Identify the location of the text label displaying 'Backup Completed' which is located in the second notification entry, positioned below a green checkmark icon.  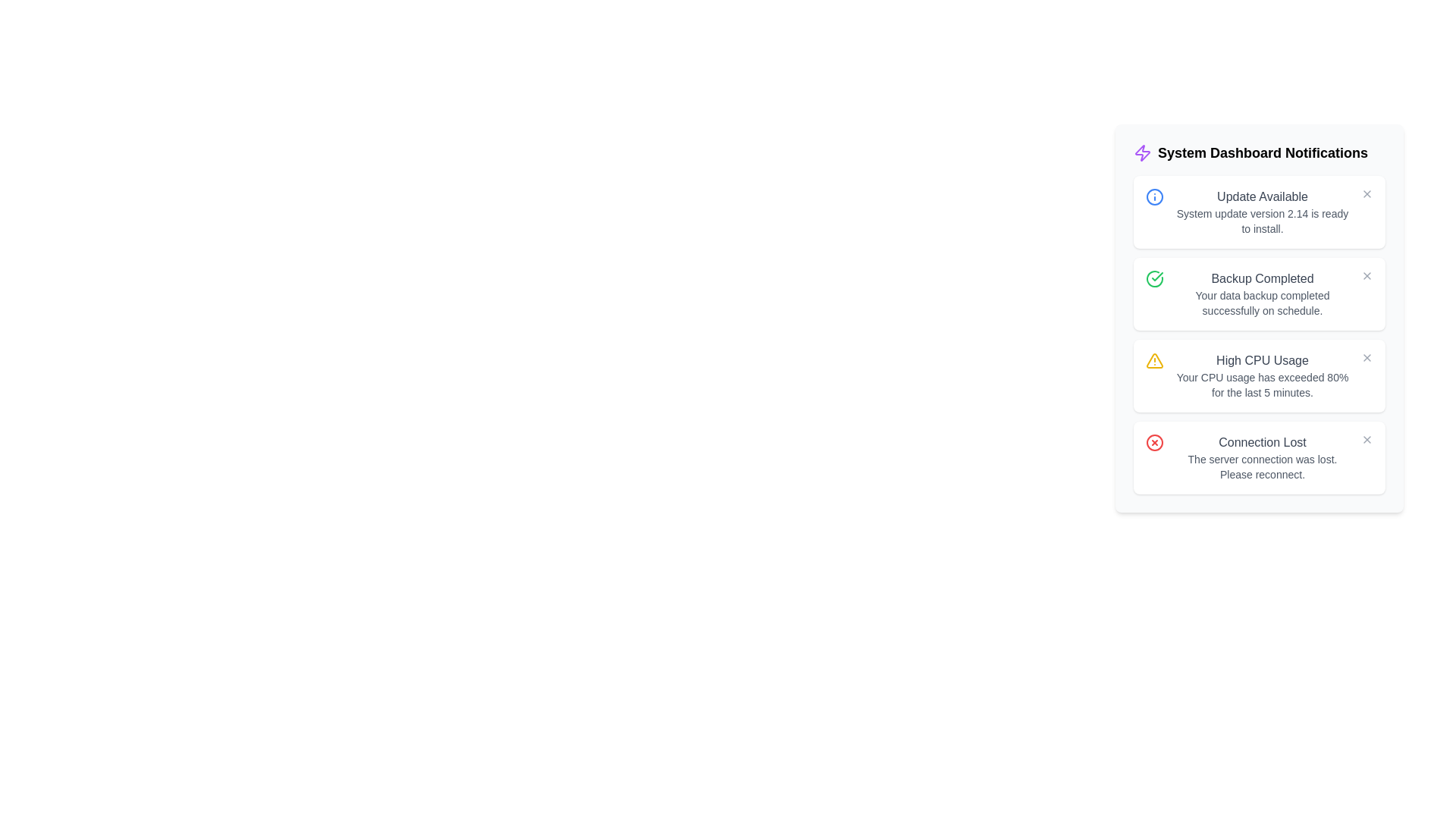
(1263, 278).